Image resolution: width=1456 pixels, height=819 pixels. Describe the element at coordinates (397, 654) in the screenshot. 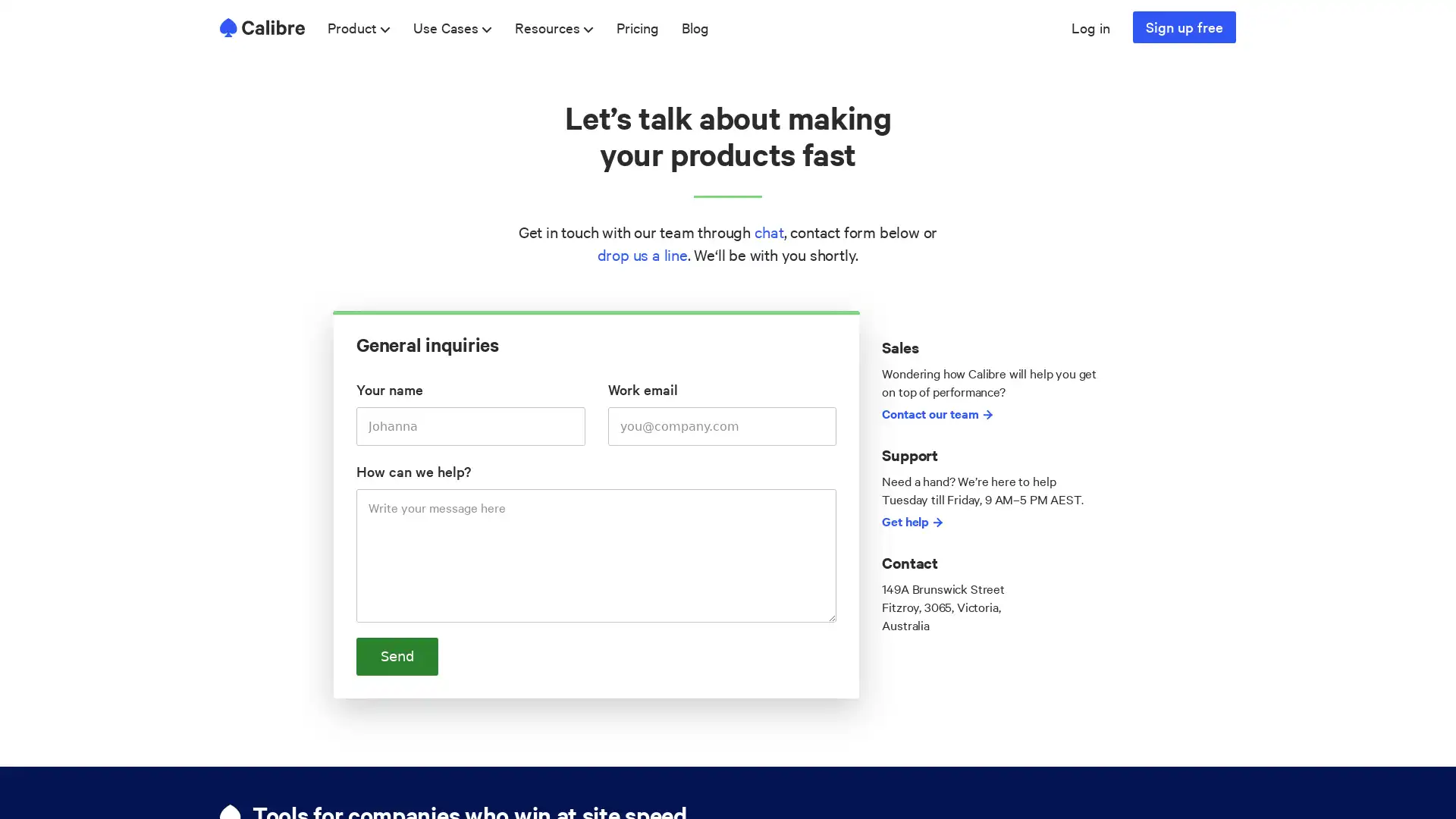

I see `Send` at that location.